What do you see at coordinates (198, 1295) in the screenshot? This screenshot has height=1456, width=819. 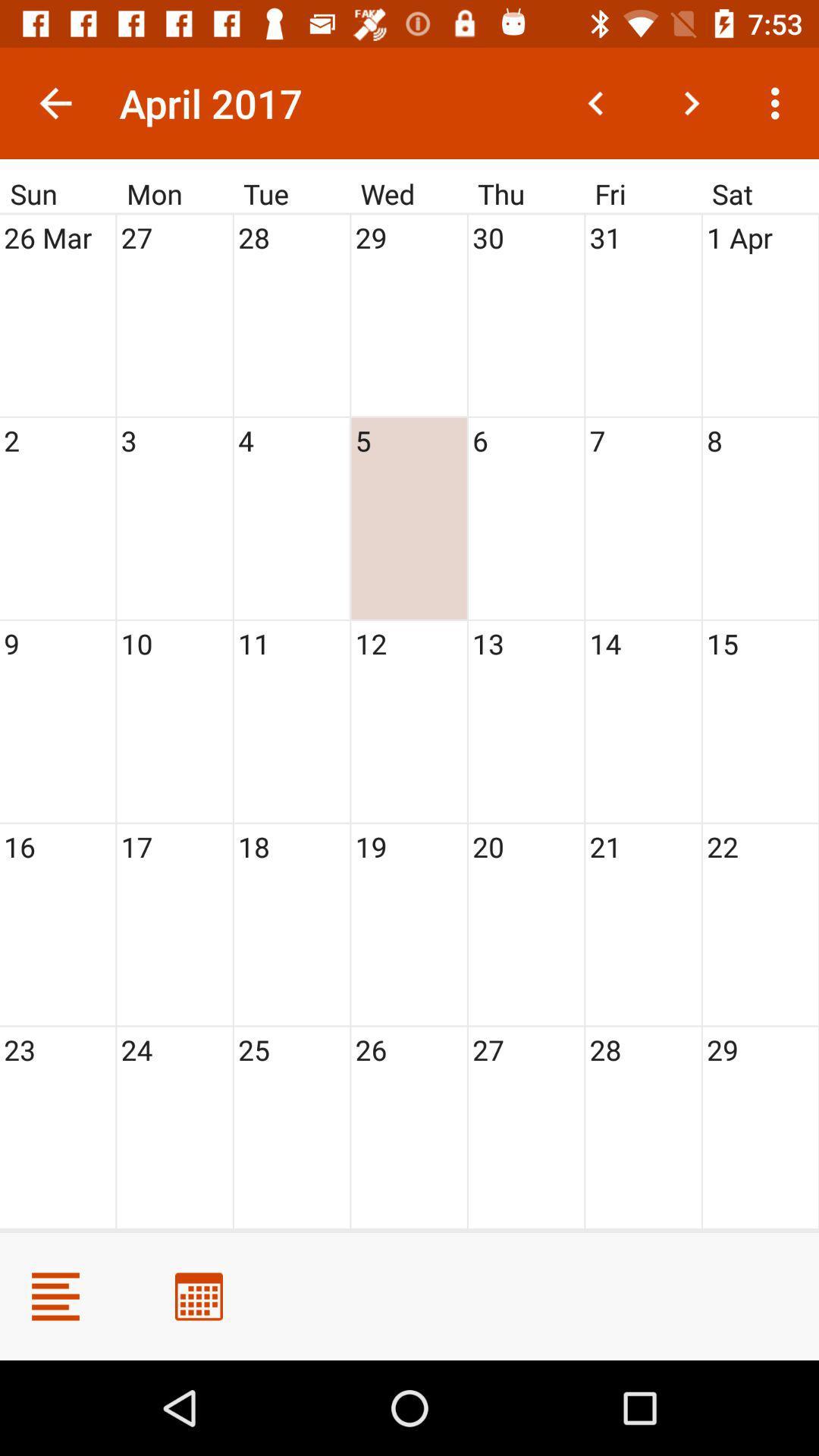 I see `calendar option` at bounding box center [198, 1295].